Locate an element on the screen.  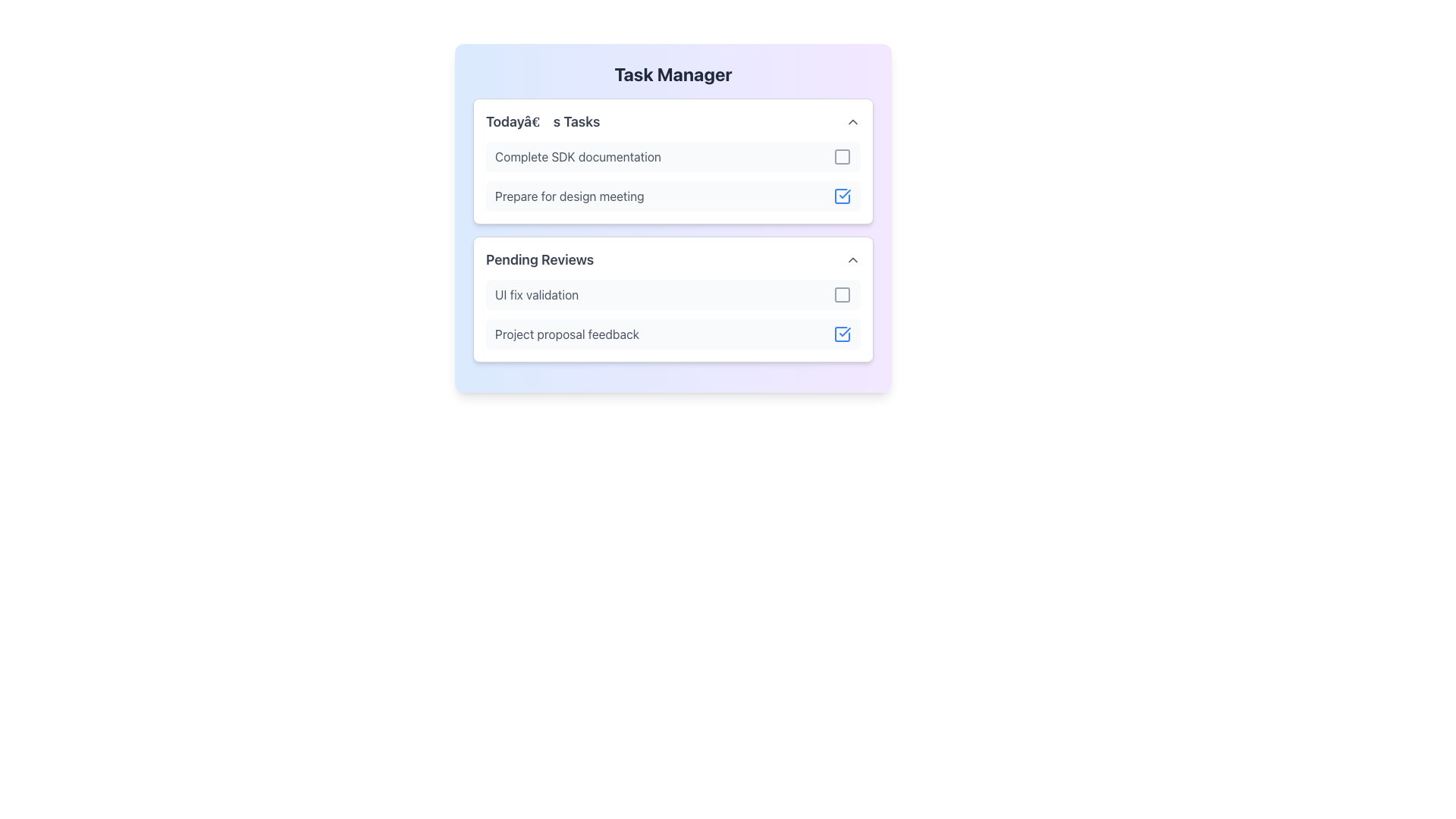
the button on the far right end of the row associated with the 'Complete SDK documentation' task in the 'Today's Tasks' section is located at coordinates (841, 157).